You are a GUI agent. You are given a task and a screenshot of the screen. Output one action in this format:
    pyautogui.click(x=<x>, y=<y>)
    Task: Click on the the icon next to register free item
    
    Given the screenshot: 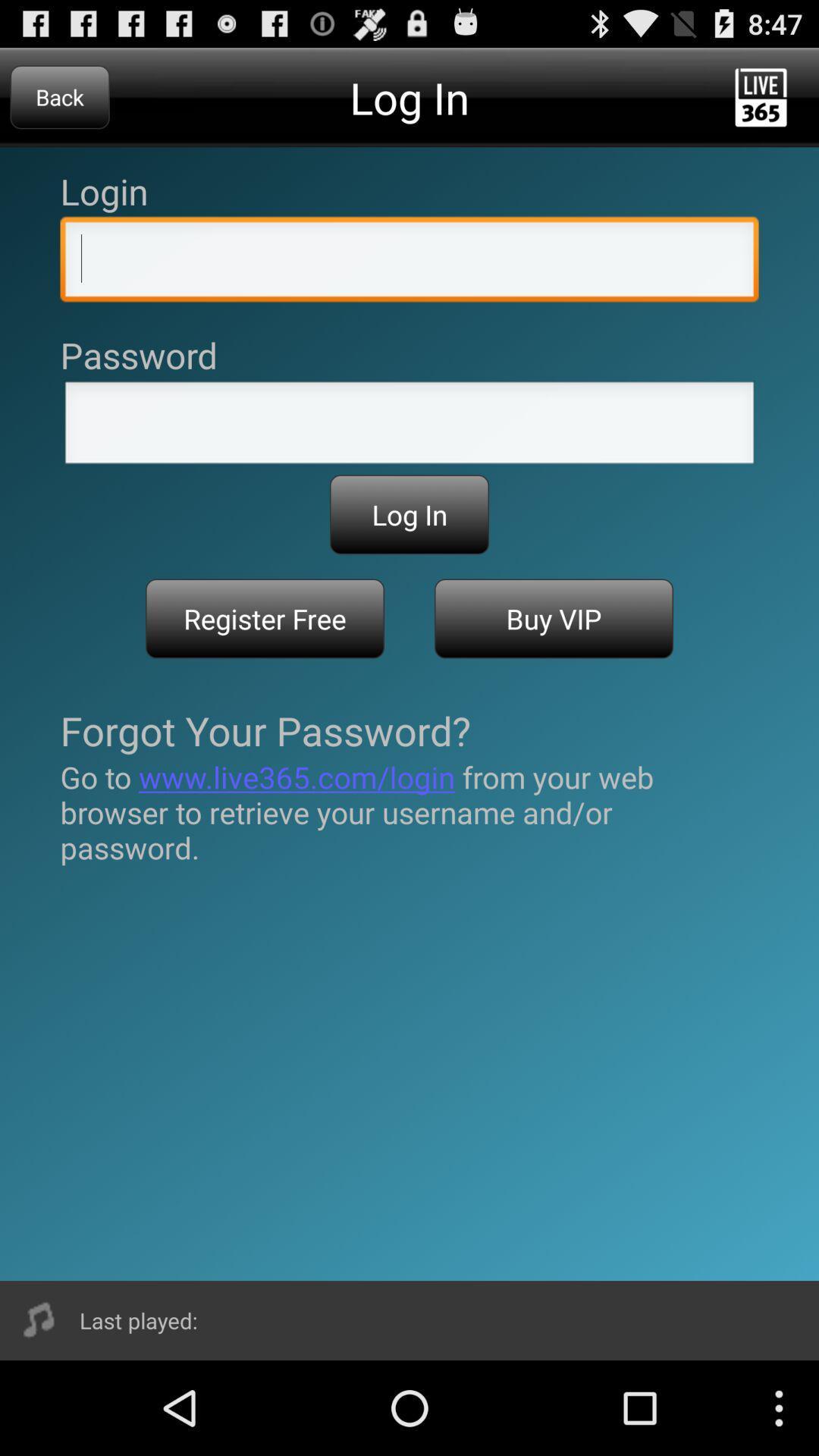 What is the action you would take?
    pyautogui.click(x=554, y=619)
    